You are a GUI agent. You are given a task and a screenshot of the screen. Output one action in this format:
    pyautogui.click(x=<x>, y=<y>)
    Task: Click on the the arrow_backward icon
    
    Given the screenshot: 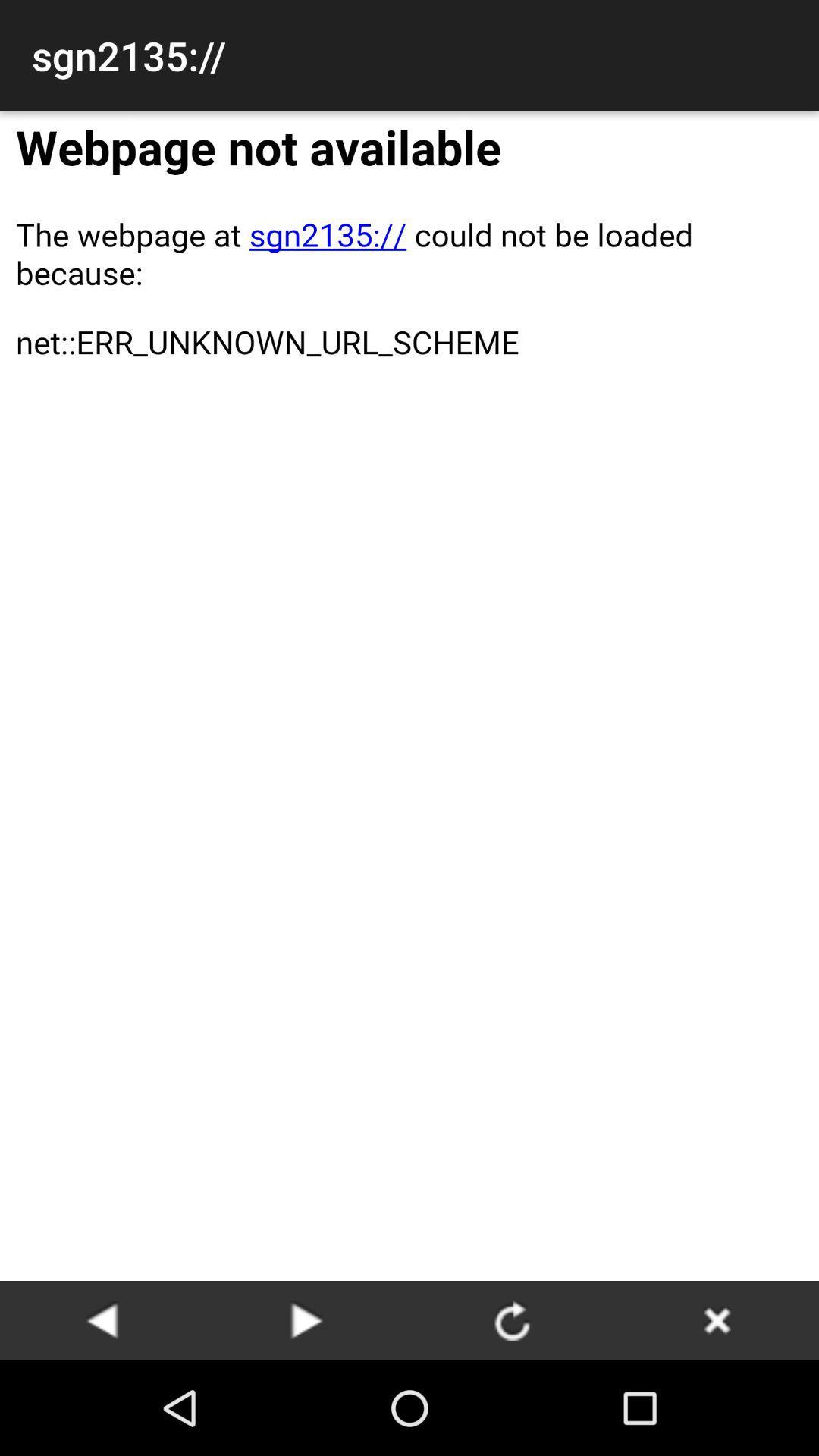 What is the action you would take?
    pyautogui.click(x=102, y=1412)
    